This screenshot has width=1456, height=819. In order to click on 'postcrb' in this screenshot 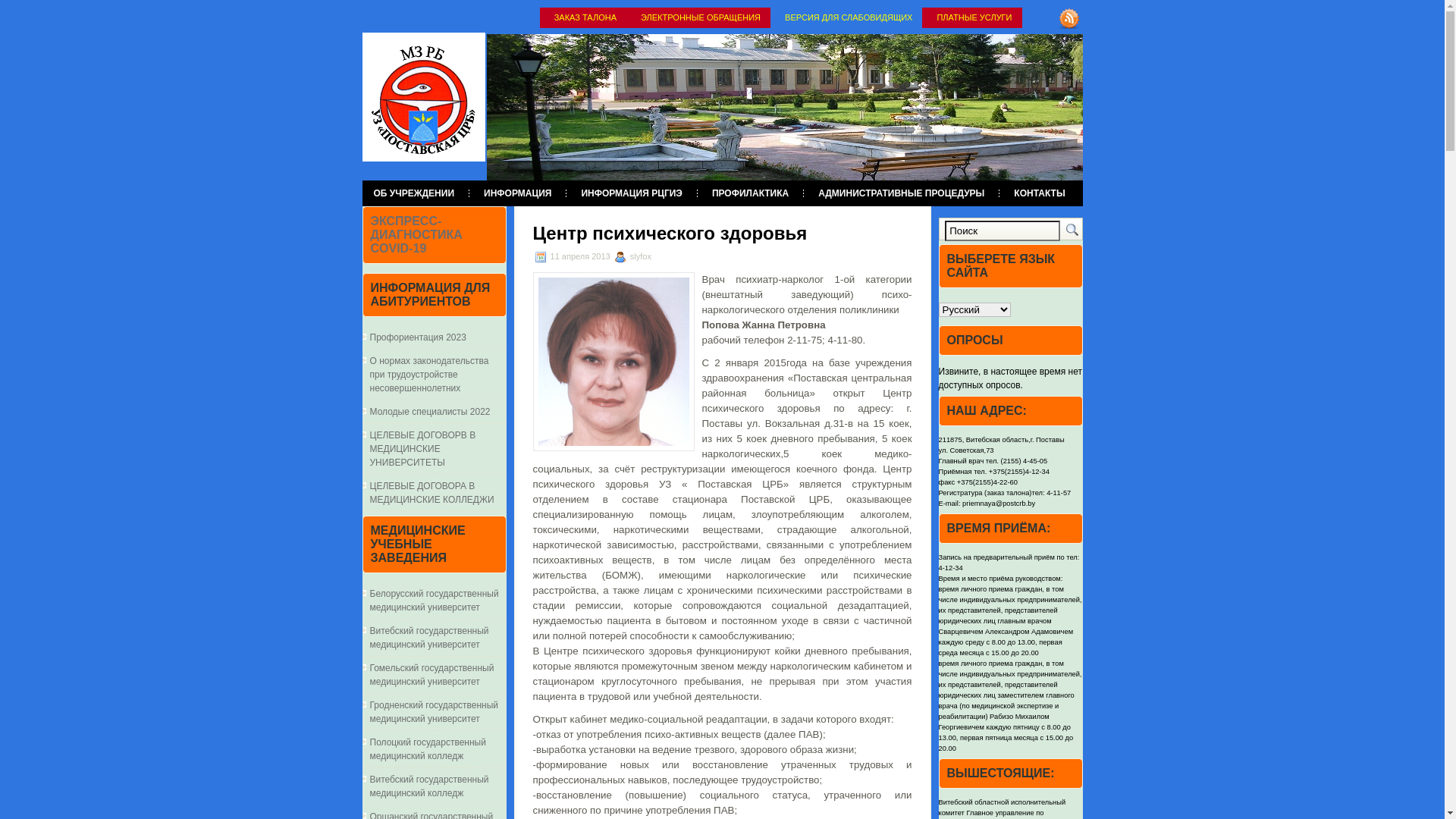, I will do `click(423, 96)`.